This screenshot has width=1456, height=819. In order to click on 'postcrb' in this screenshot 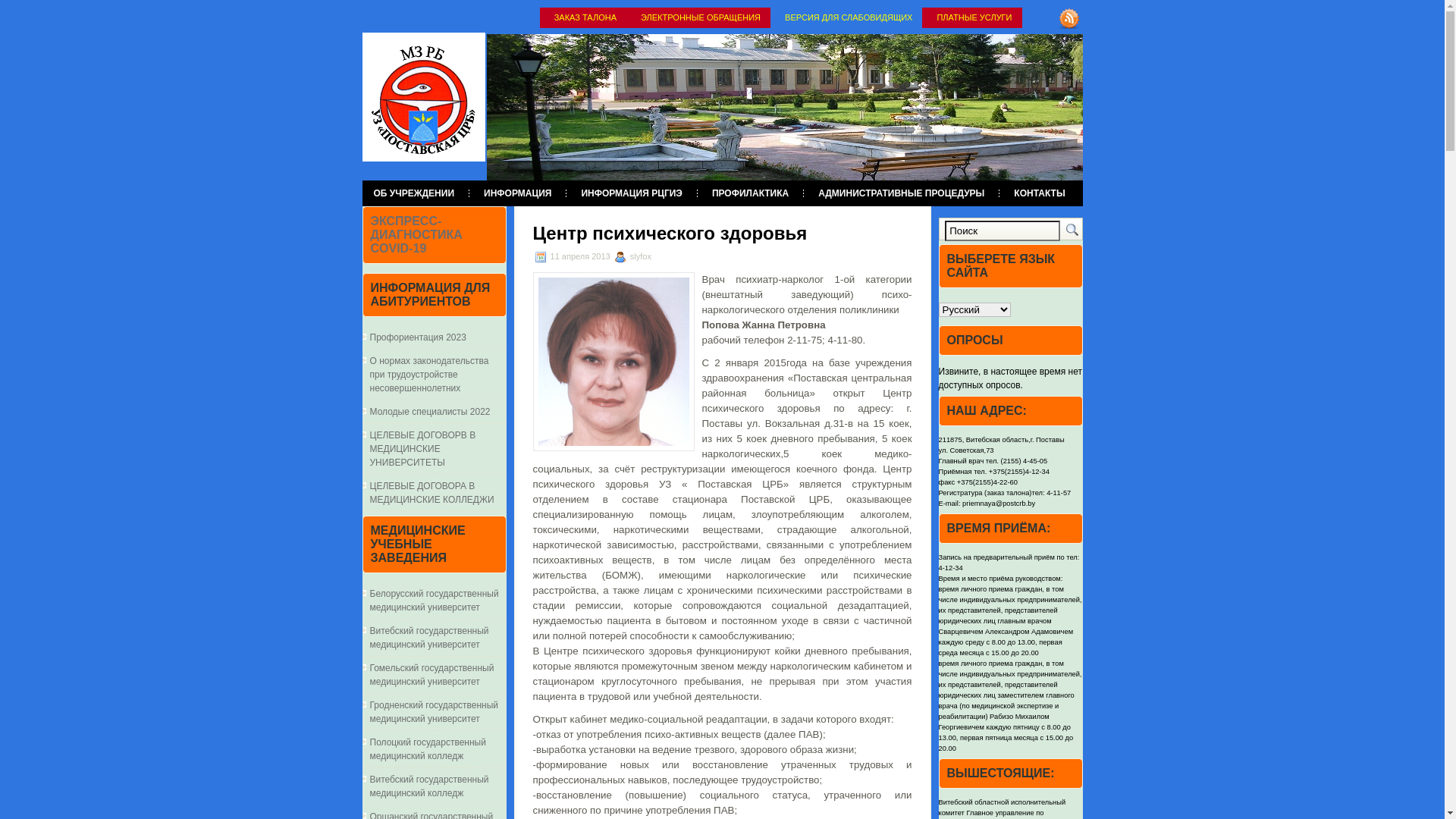, I will do `click(423, 96)`.